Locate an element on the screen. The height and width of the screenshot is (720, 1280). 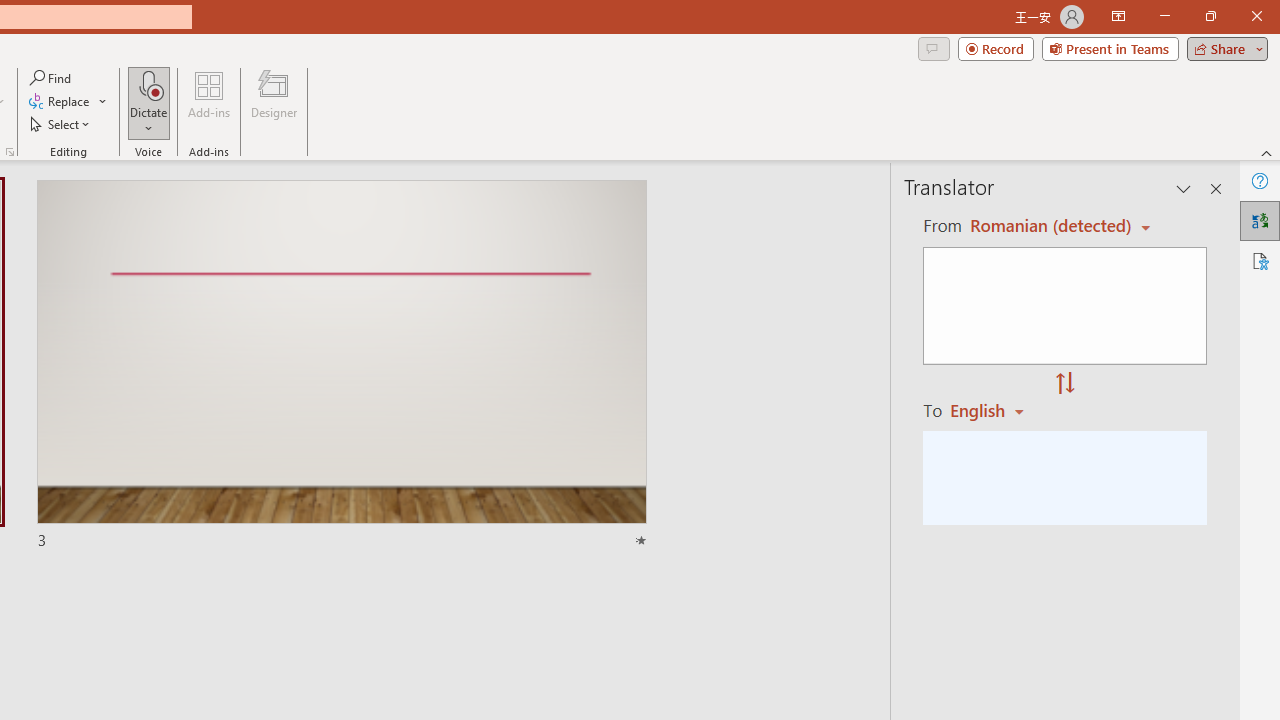
'Ribbon Display Options' is located at coordinates (1117, 16).